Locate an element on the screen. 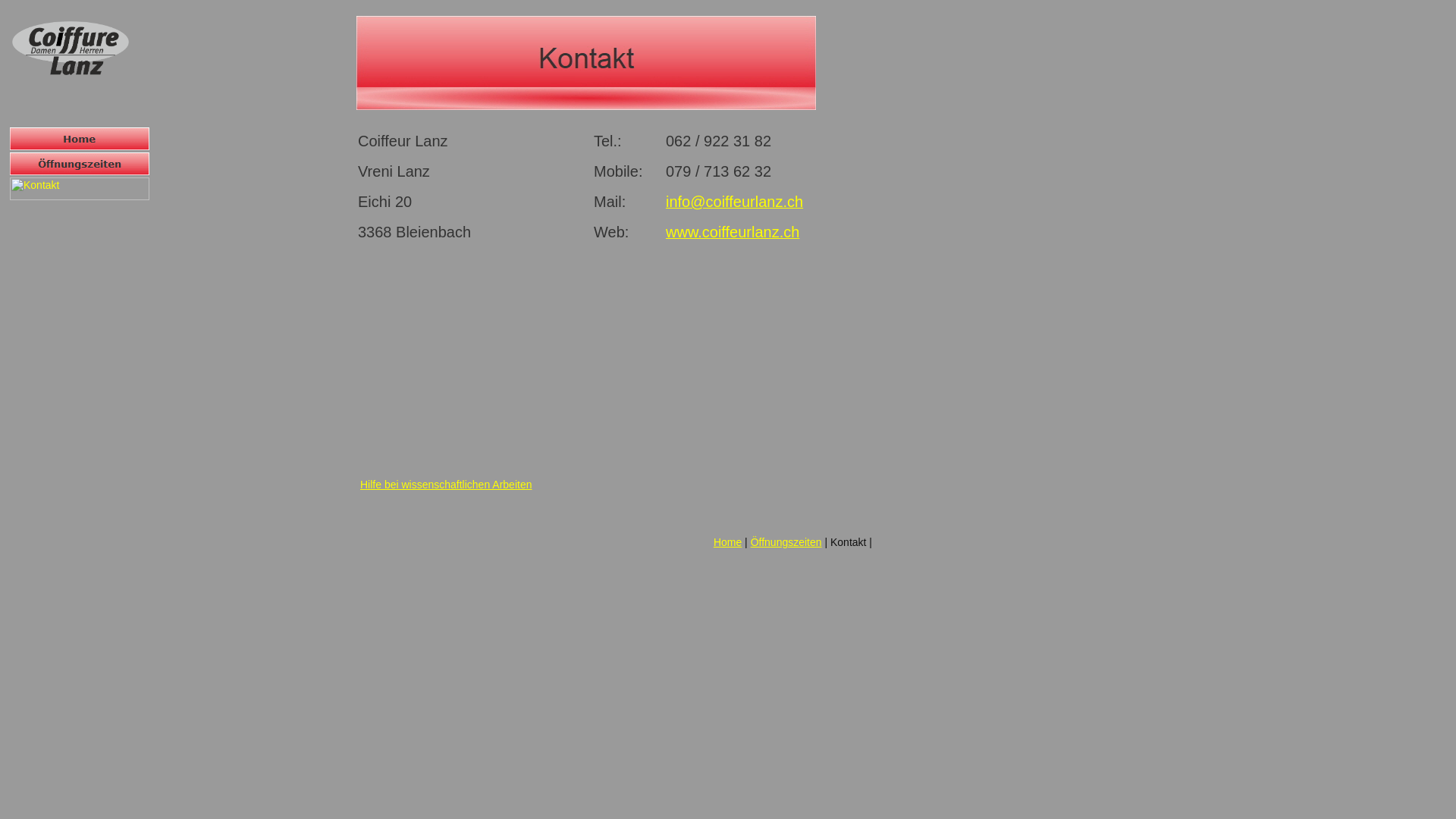 The height and width of the screenshot is (819, 1456). 'info@coiffeurlanz.ch' is located at coordinates (734, 202).